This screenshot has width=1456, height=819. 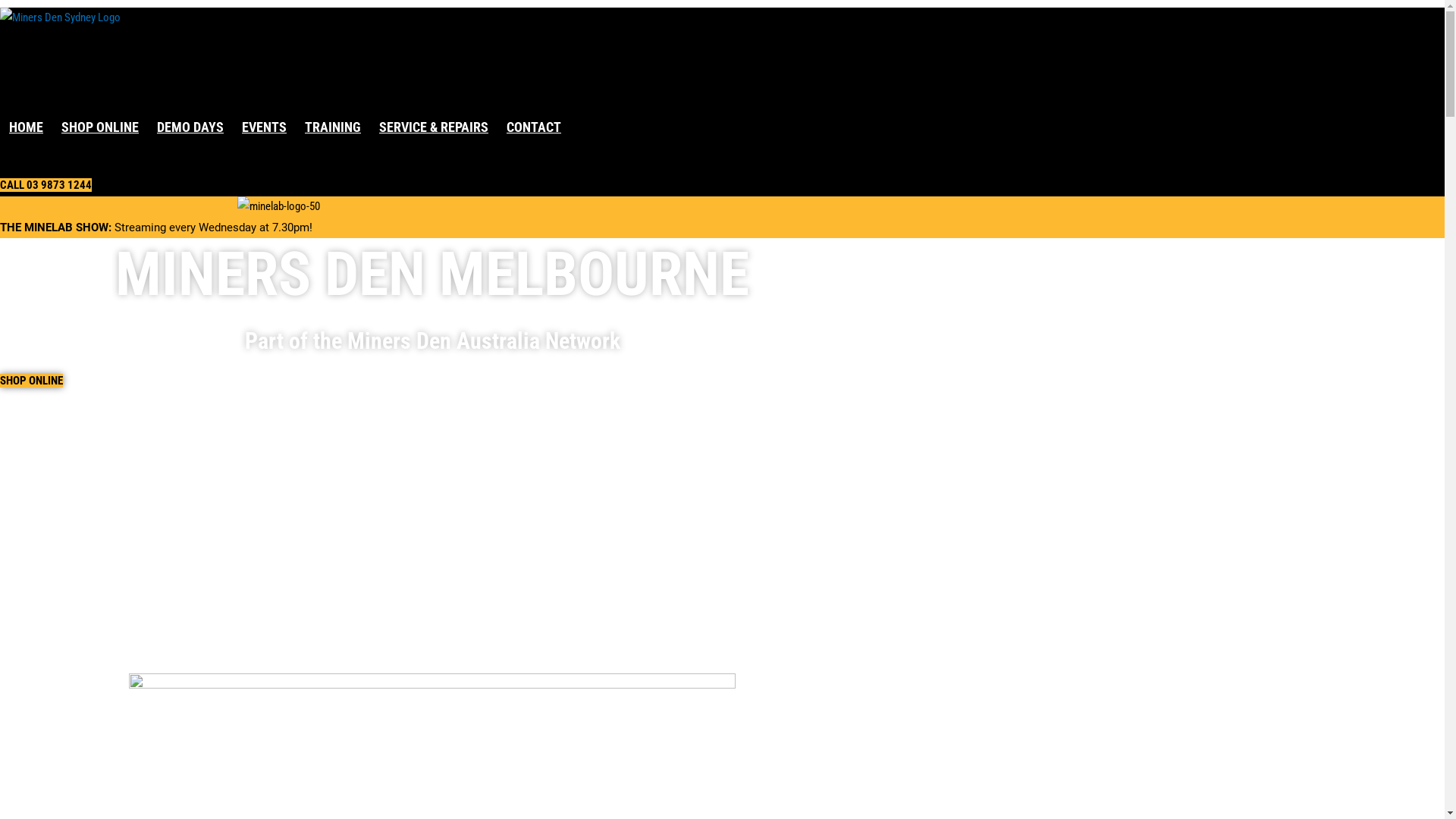 I want to click on 'minelab-logo-50', so click(x=278, y=207).